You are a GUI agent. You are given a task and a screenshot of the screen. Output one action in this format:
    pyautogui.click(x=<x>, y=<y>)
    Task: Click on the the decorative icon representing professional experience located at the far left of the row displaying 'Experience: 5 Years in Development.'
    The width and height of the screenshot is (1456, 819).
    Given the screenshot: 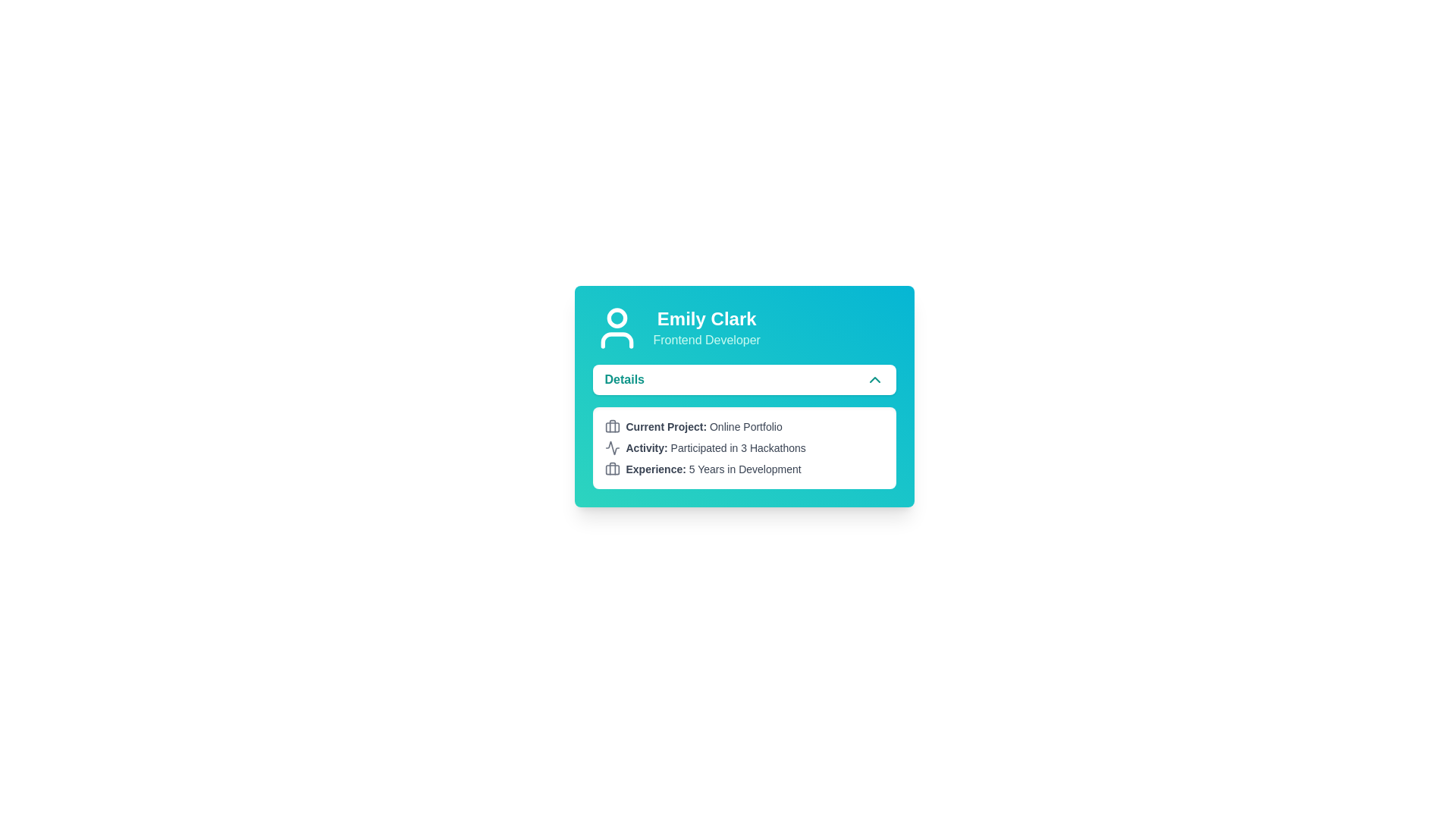 What is the action you would take?
    pyautogui.click(x=612, y=468)
    